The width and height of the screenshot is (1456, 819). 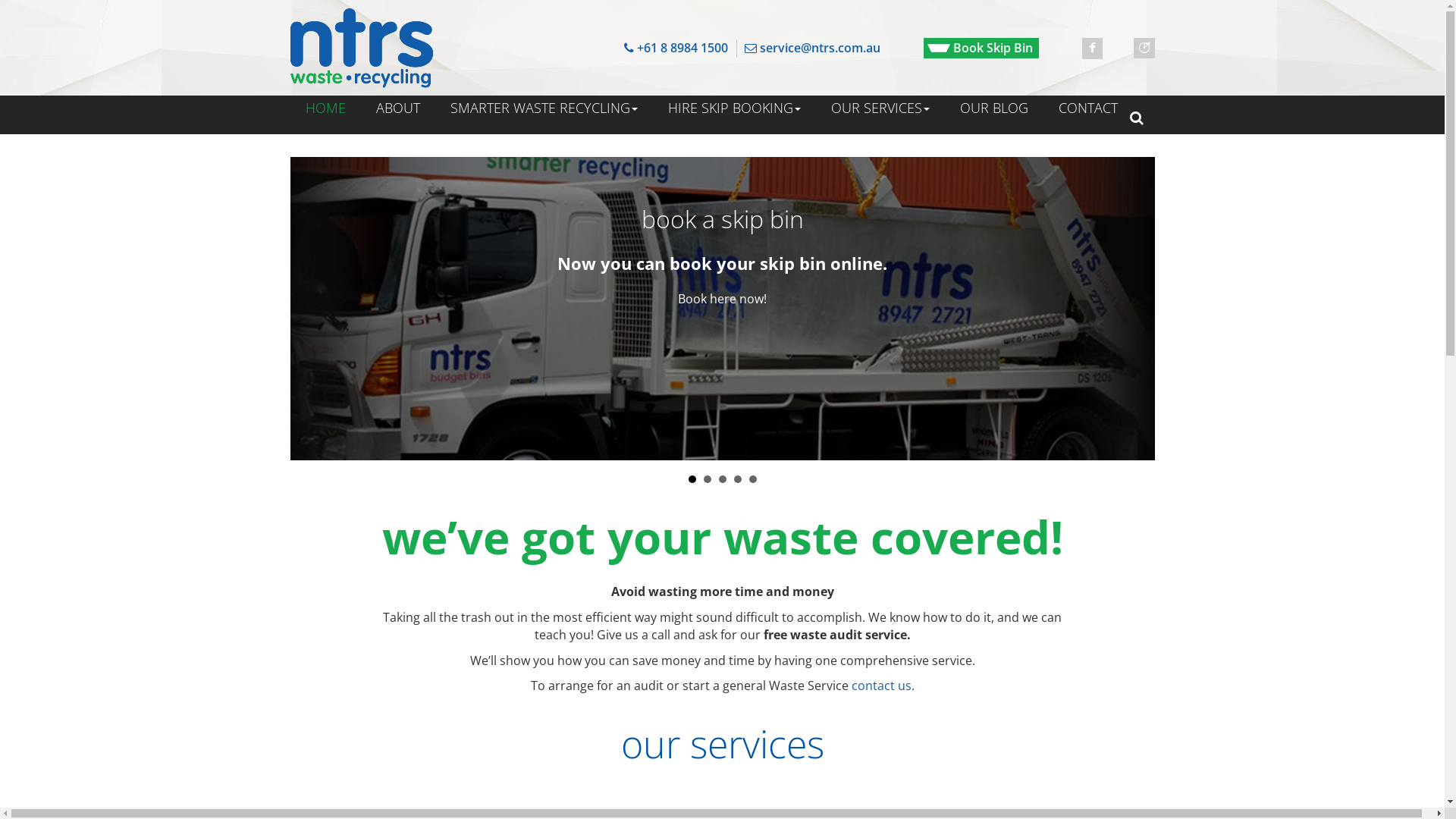 I want to click on '4', so click(x=738, y=479).